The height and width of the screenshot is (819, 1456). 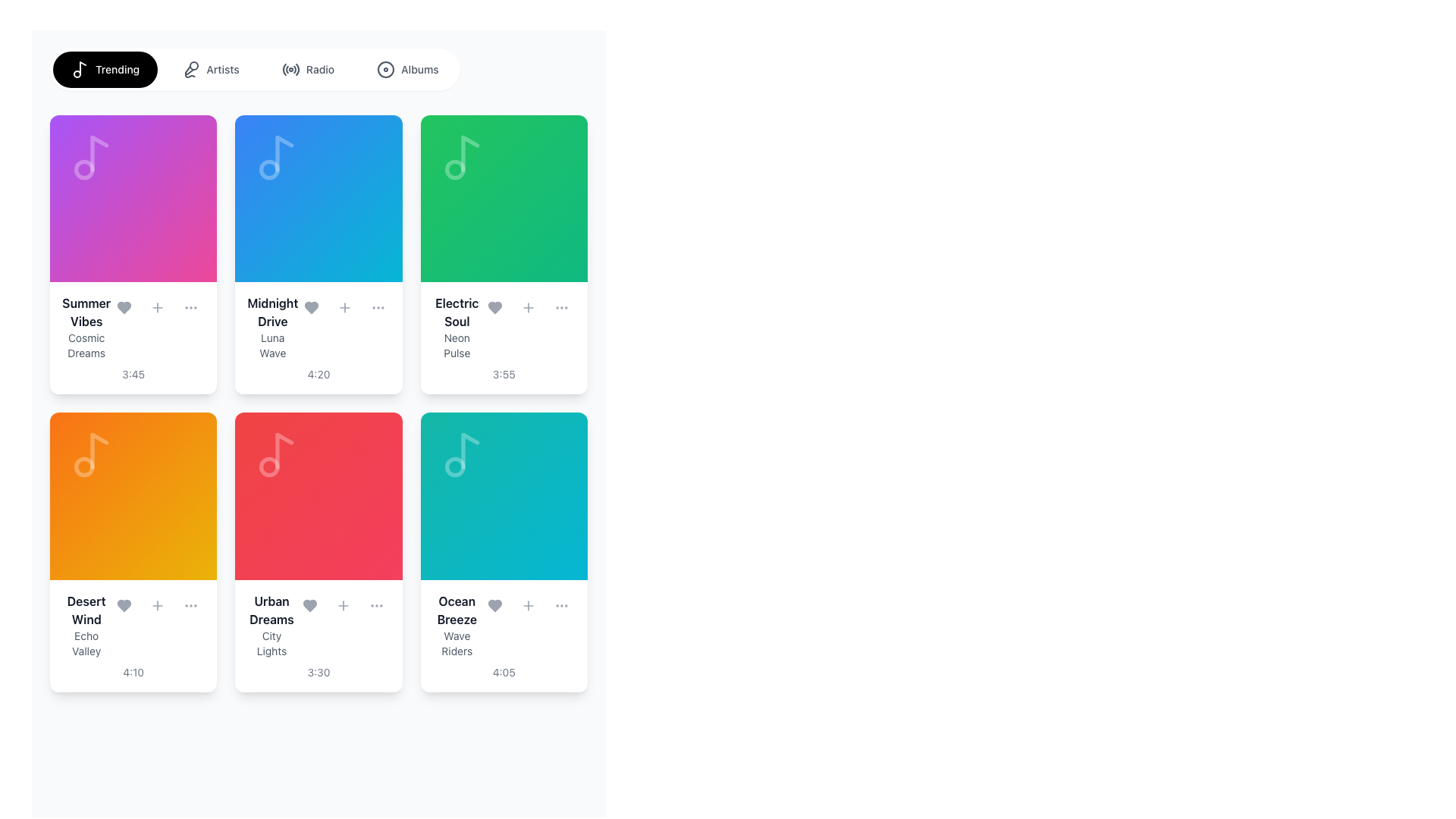 I want to click on the title text 'Electric Soul' displayed in bold, dark gray color, which is located within the third card of the first row in a grid layout, positioned above the subtitle 'Neon Pulse', so click(x=456, y=312).